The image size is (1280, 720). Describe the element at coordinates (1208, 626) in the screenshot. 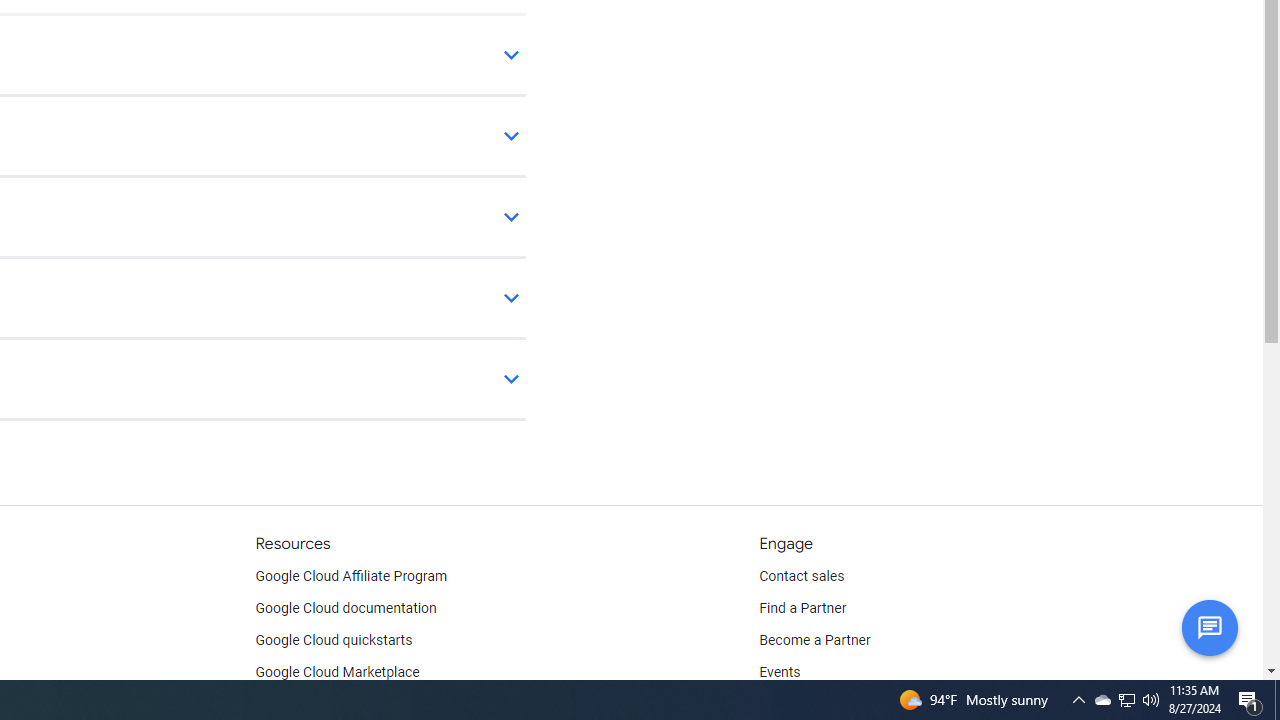

I see `'Button to activate chat'` at that location.